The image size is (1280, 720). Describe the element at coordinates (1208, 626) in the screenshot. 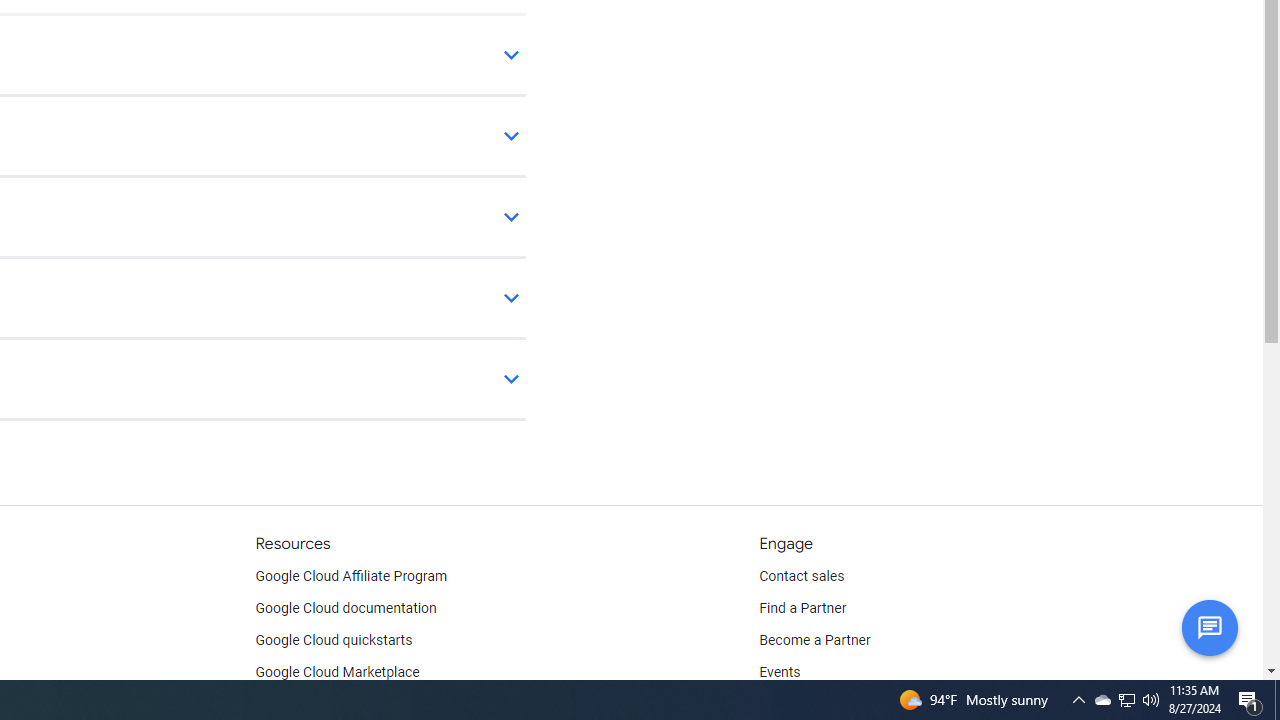

I see `'Button to activate chat'` at that location.